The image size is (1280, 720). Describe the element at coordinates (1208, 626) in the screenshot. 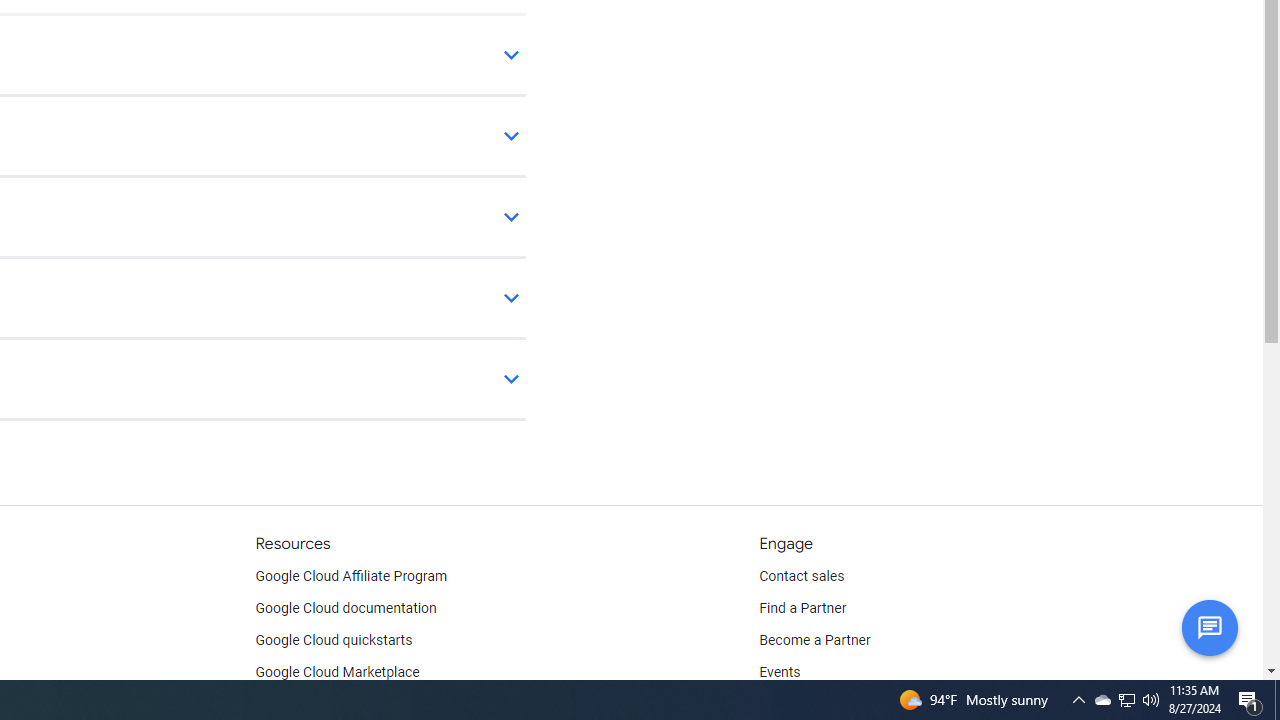

I see `'Button to activate chat'` at that location.